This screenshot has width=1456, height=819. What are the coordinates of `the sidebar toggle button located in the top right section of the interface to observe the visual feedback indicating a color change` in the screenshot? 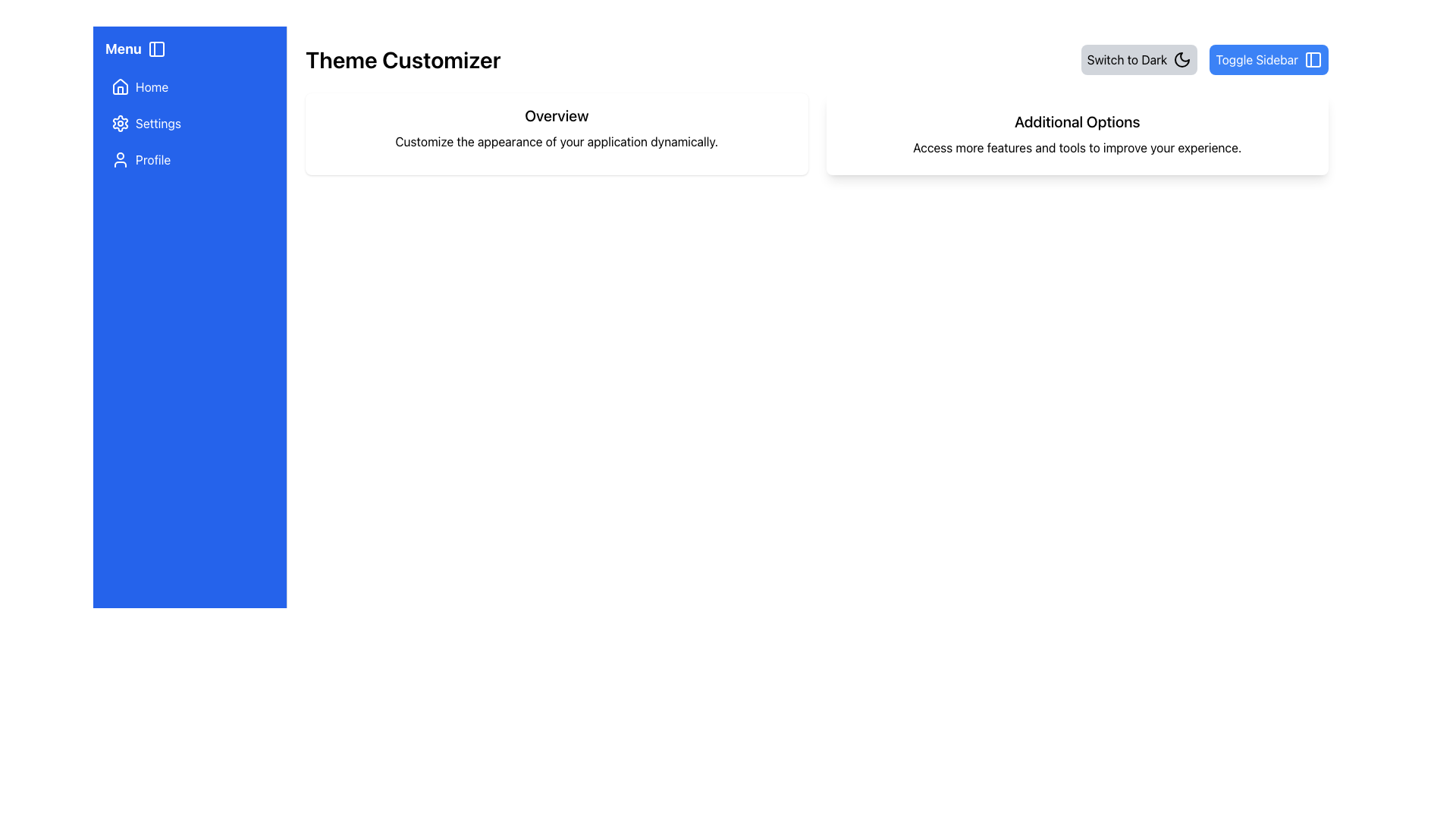 It's located at (1269, 58).